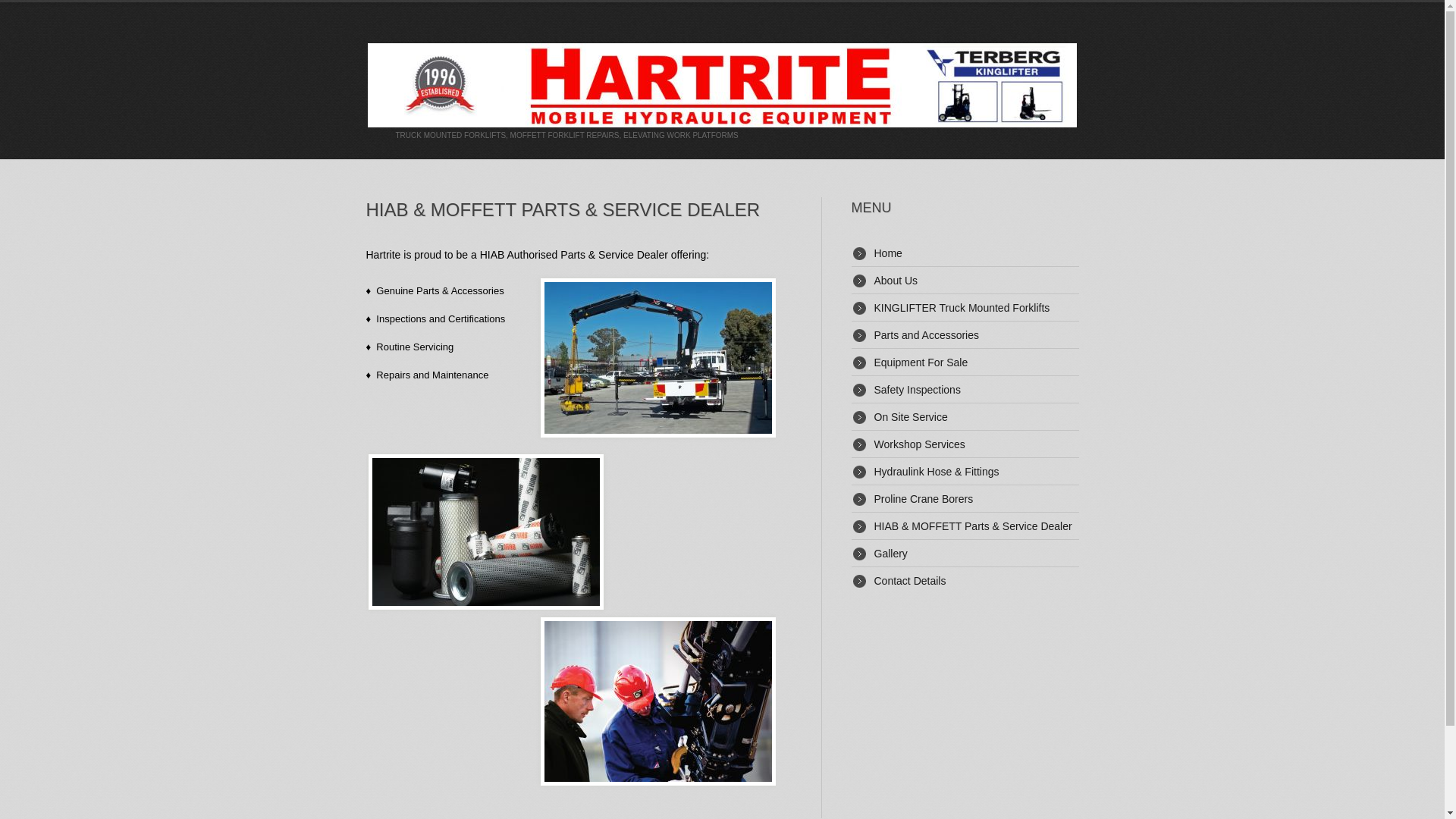  What do you see at coordinates (874, 334) in the screenshot?
I see `'Parts and Accessories'` at bounding box center [874, 334].